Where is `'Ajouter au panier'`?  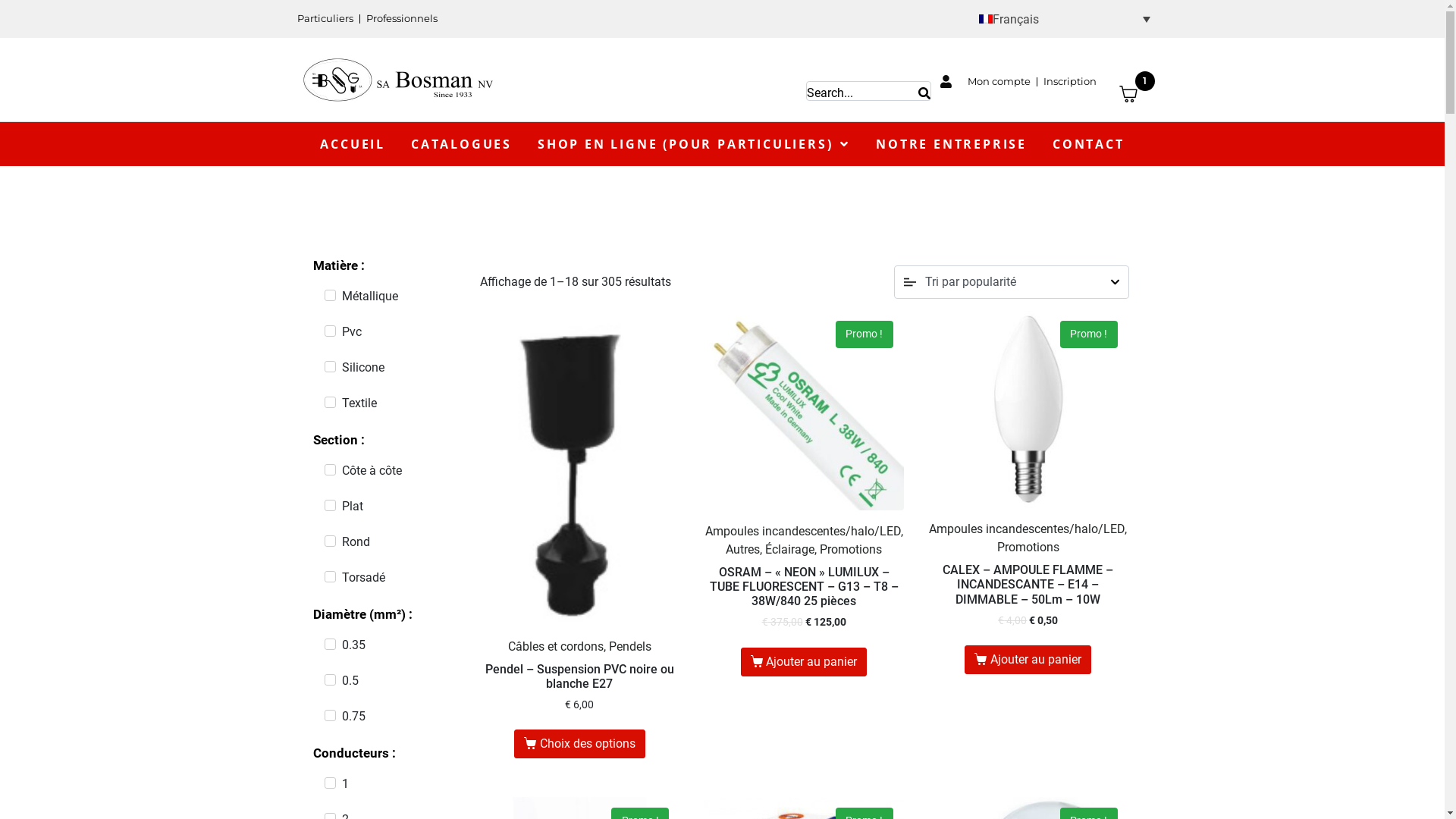
'Ajouter au panier' is located at coordinates (803, 661).